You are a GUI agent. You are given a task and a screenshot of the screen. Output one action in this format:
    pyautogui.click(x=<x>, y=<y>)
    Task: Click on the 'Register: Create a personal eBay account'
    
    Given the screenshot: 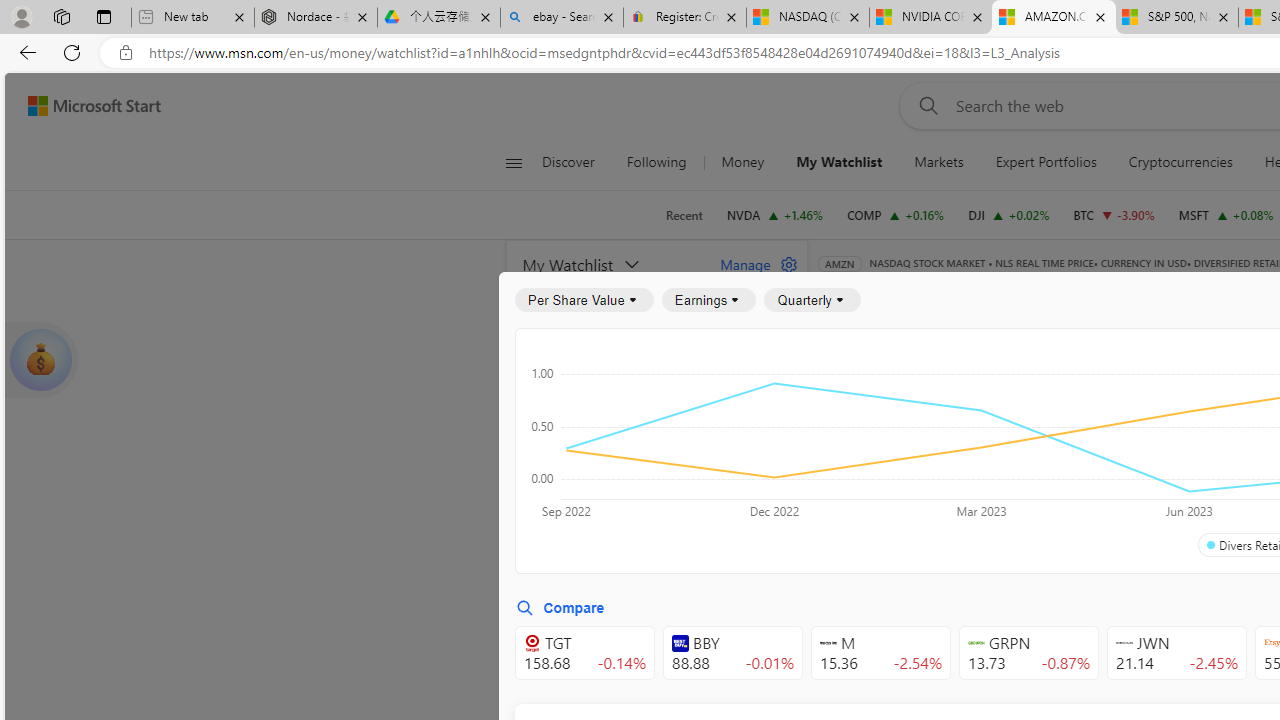 What is the action you would take?
    pyautogui.click(x=684, y=17)
    